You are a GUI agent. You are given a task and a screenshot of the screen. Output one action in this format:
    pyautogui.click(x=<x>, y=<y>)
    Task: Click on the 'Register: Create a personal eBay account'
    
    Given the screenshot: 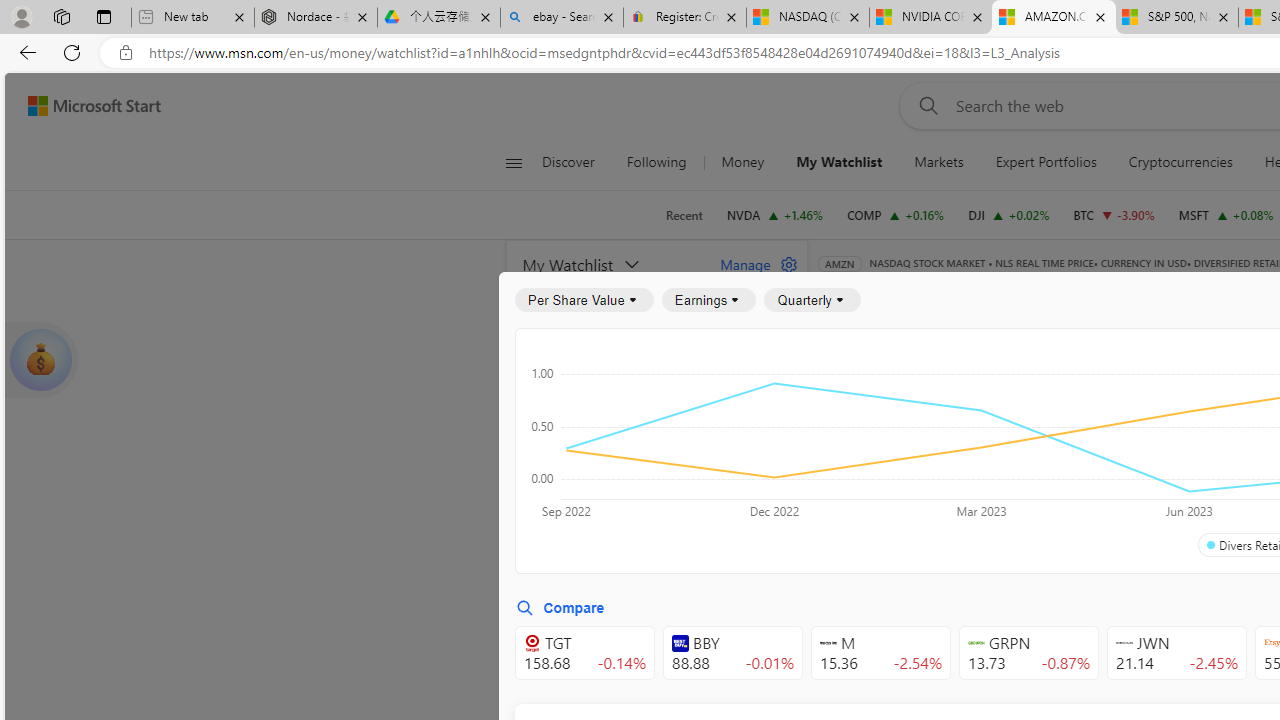 What is the action you would take?
    pyautogui.click(x=684, y=17)
    